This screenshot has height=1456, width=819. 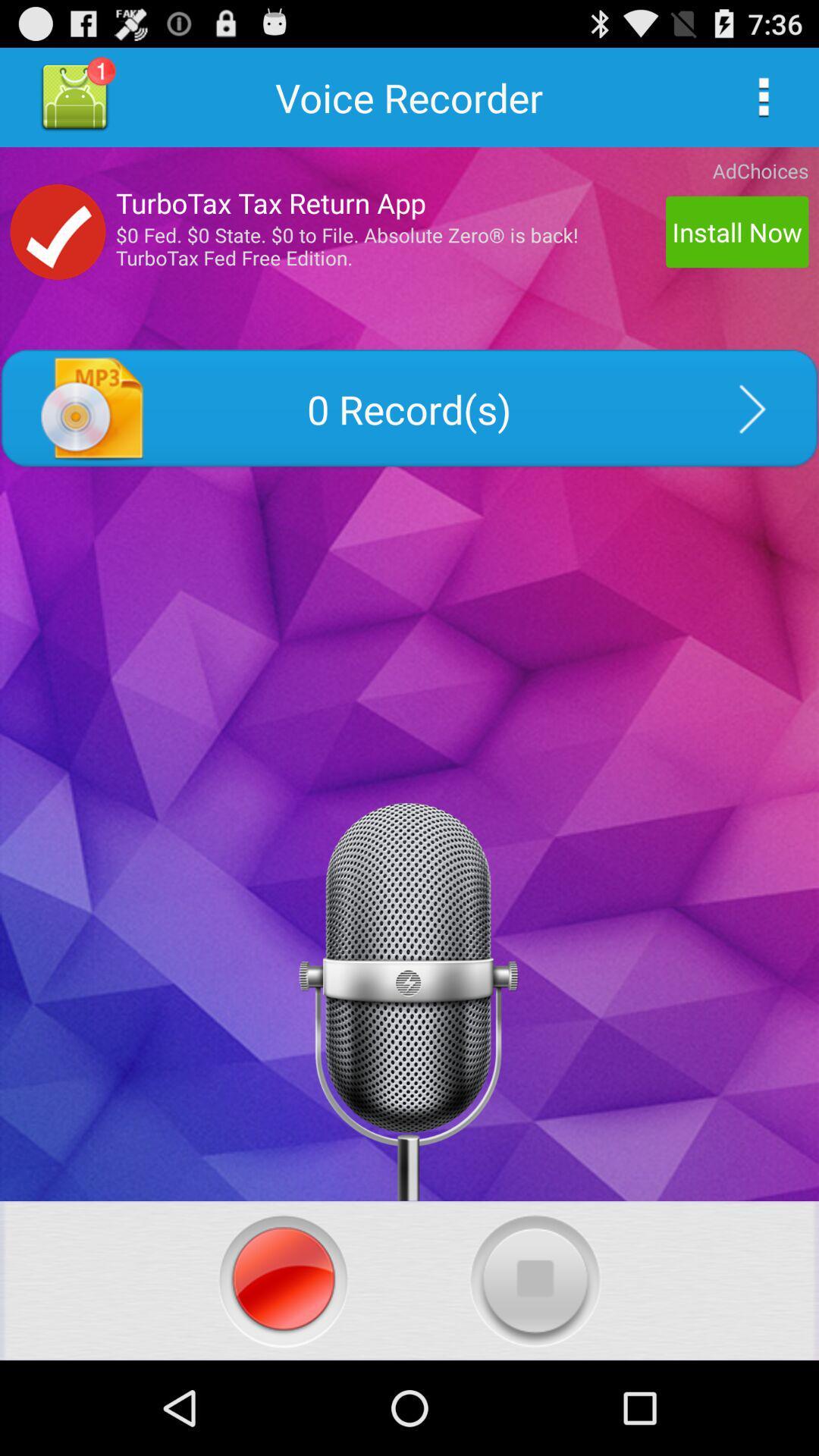 What do you see at coordinates (763, 96) in the screenshot?
I see `click on 3 dots to open menu` at bounding box center [763, 96].